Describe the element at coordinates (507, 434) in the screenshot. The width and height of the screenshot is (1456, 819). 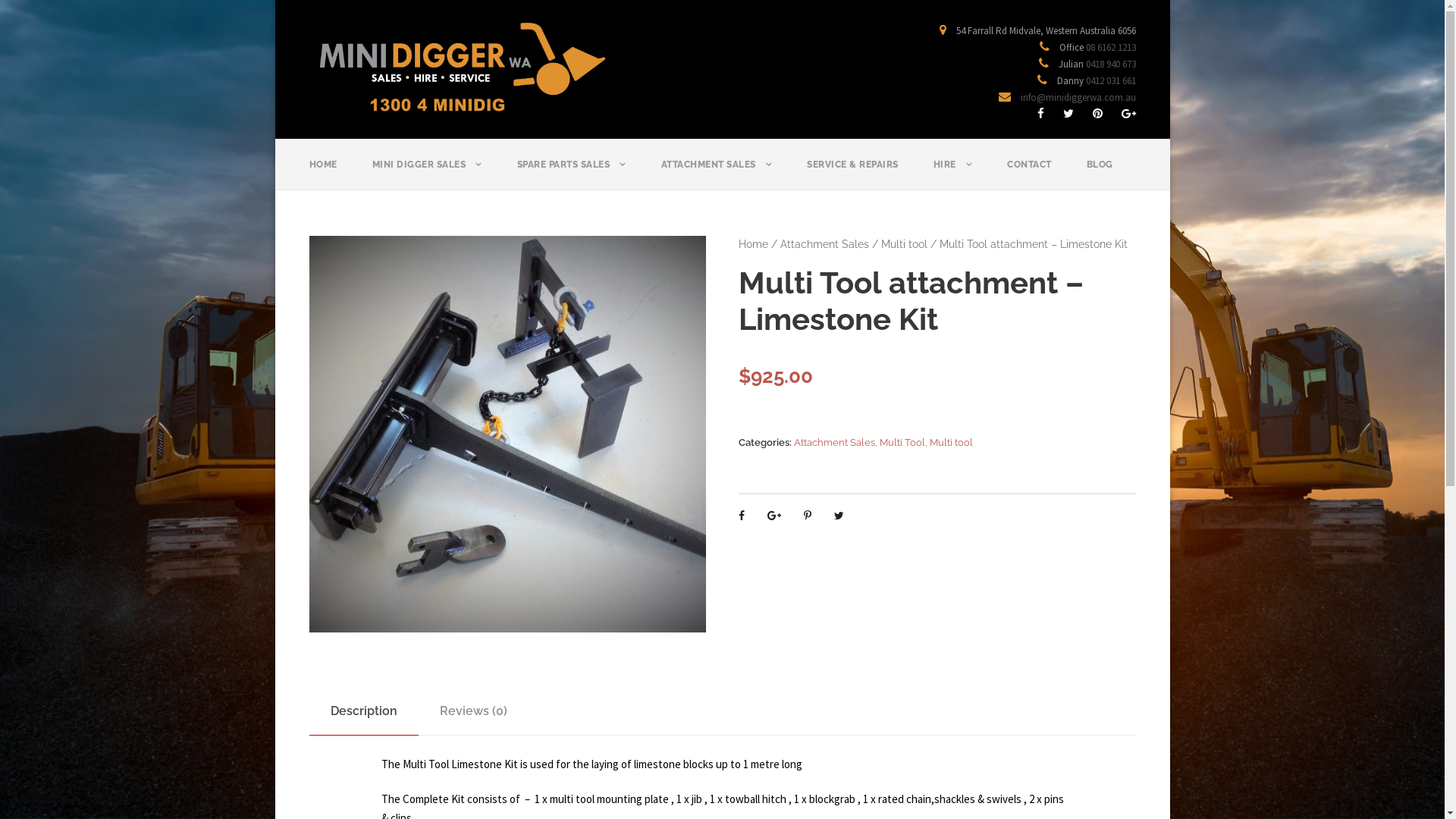
I see `'004'` at that location.